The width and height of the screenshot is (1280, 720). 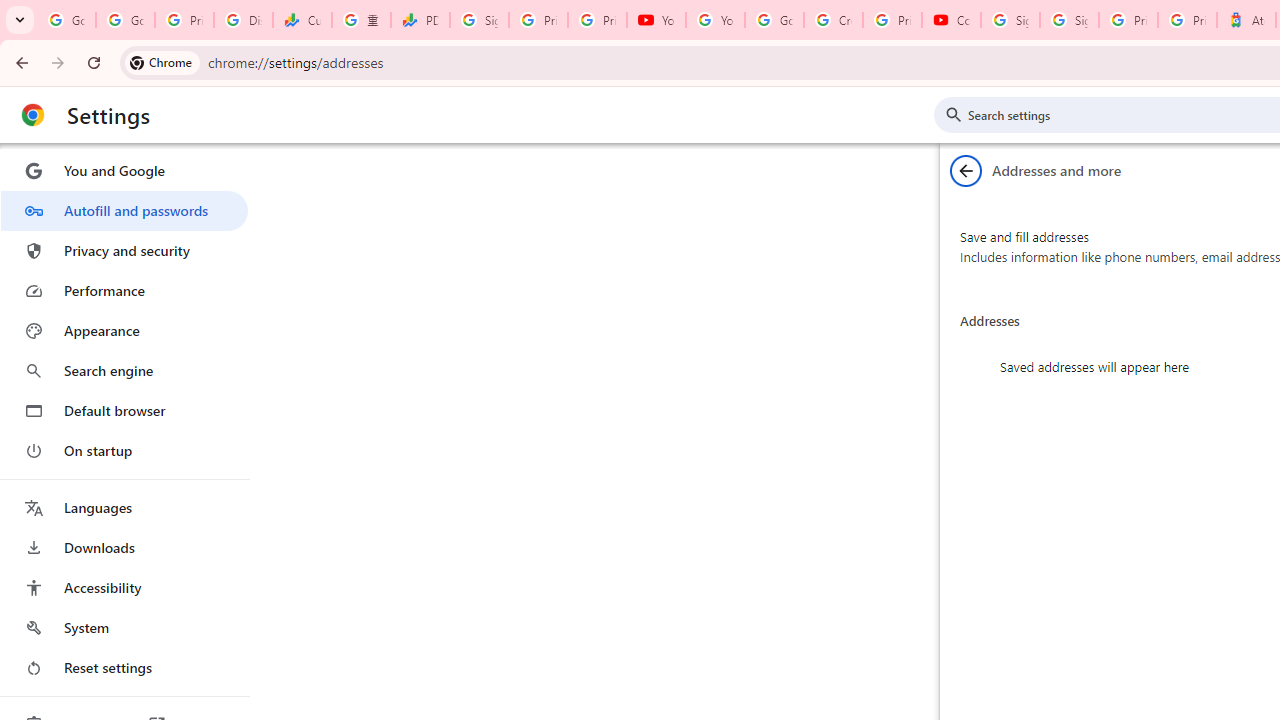 What do you see at coordinates (123, 371) in the screenshot?
I see `'Search engine'` at bounding box center [123, 371].